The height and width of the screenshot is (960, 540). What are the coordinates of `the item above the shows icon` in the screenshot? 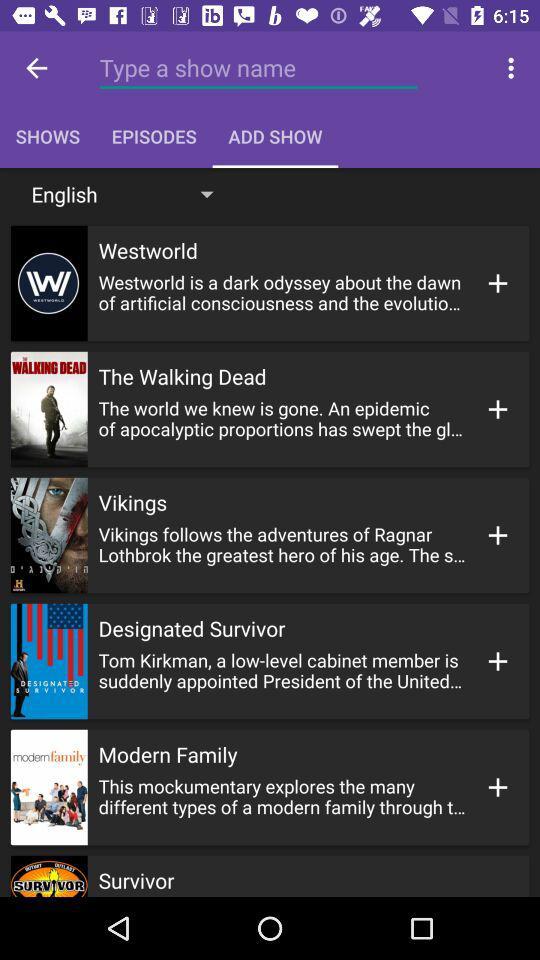 It's located at (258, 68).